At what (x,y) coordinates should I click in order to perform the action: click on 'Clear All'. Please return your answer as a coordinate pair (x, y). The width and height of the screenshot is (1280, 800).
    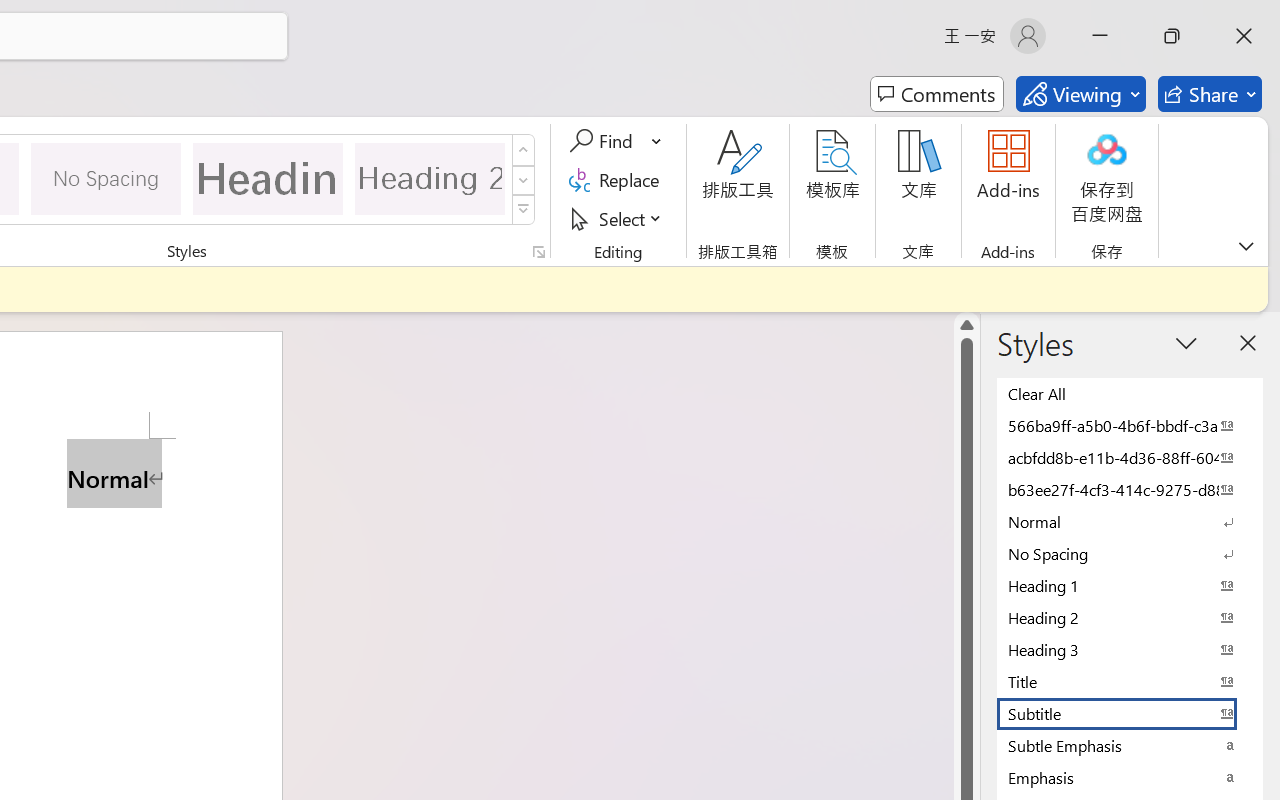
    Looking at the image, I should click on (1130, 392).